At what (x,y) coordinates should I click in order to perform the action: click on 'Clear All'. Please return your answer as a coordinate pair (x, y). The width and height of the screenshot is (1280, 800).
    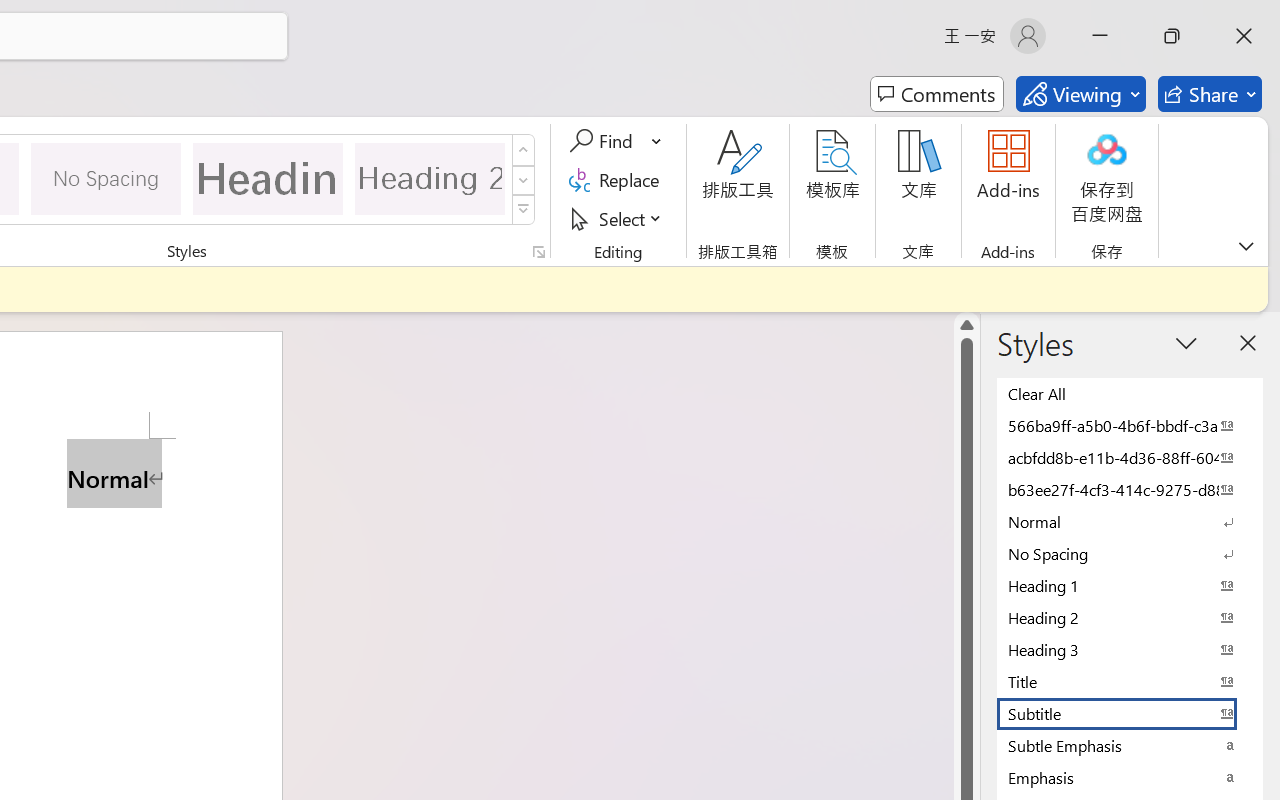
    Looking at the image, I should click on (1130, 392).